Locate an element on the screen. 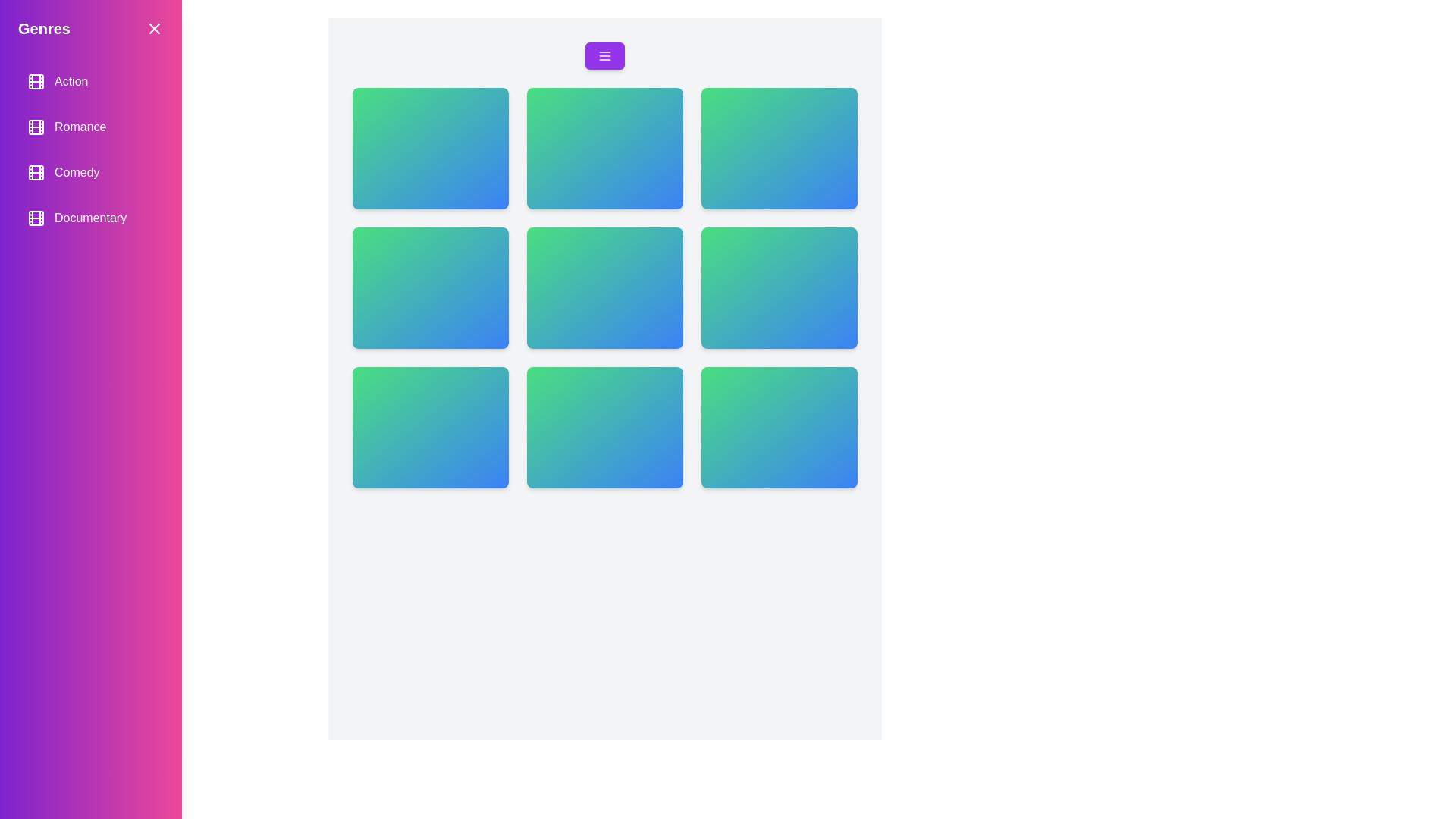 This screenshot has height=819, width=1456. the genre item labeled Action is located at coordinates (90, 82).